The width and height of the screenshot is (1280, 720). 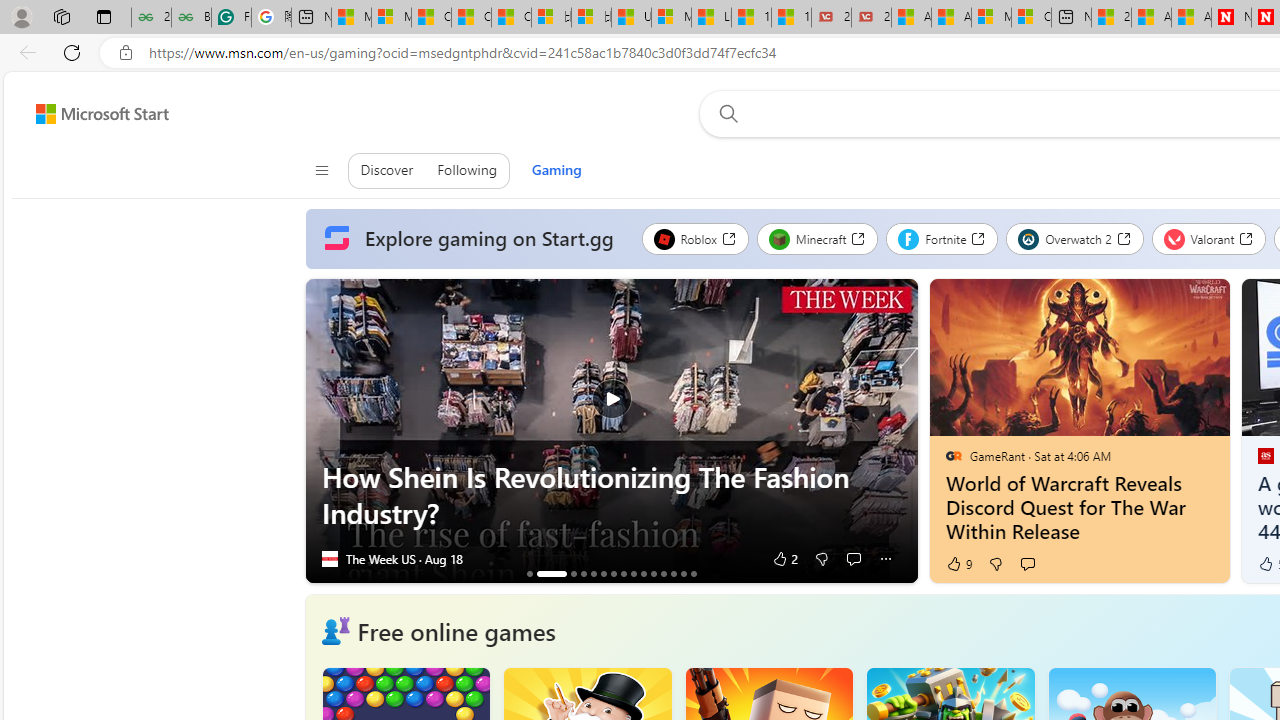 I want to click on 'Cloud Computing Services | Microsoft Azure', so click(x=1031, y=17).